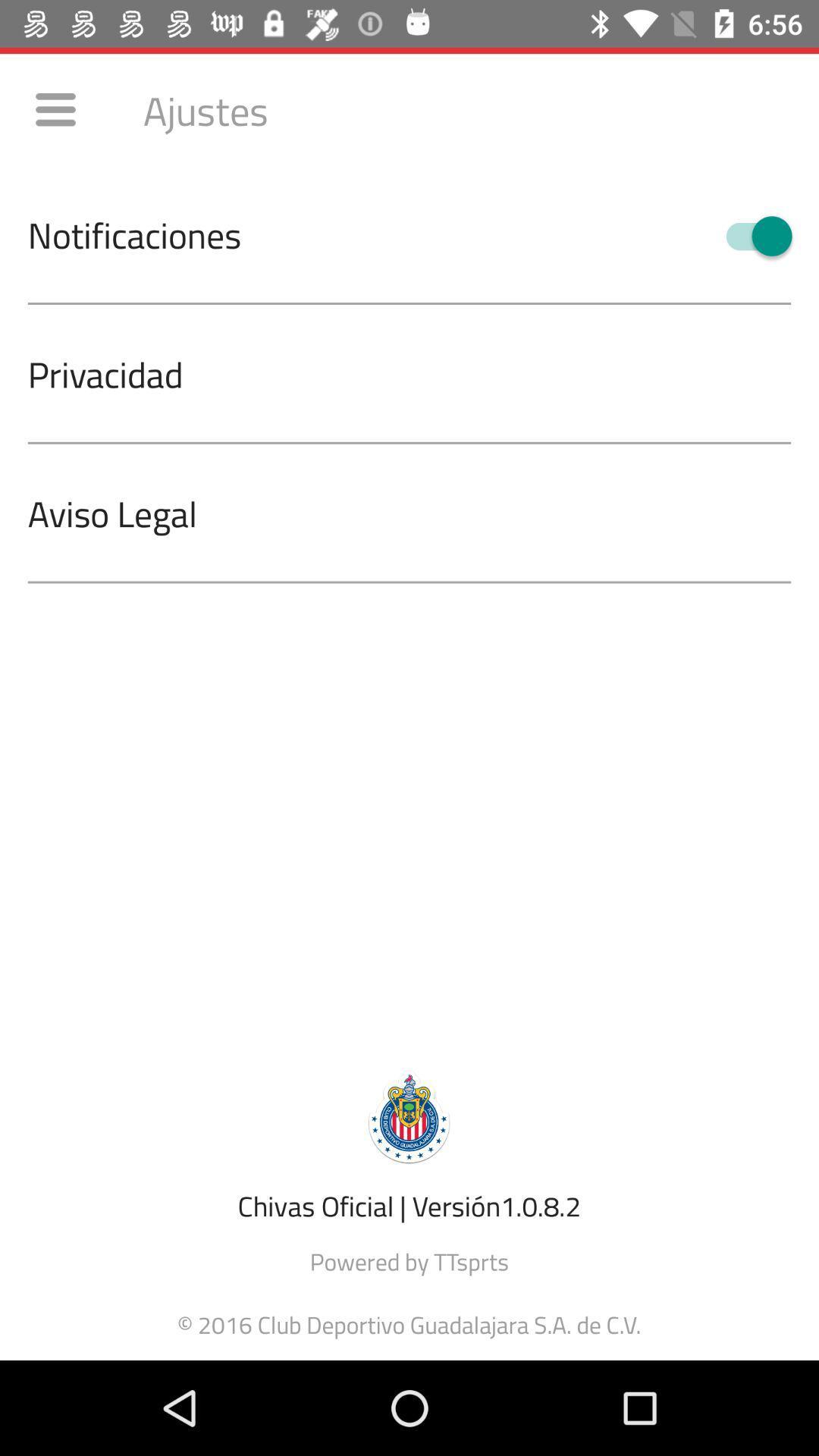 The height and width of the screenshot is (1456, 819). I want to click on the icon below the ajustes icon, so click(752, 235).